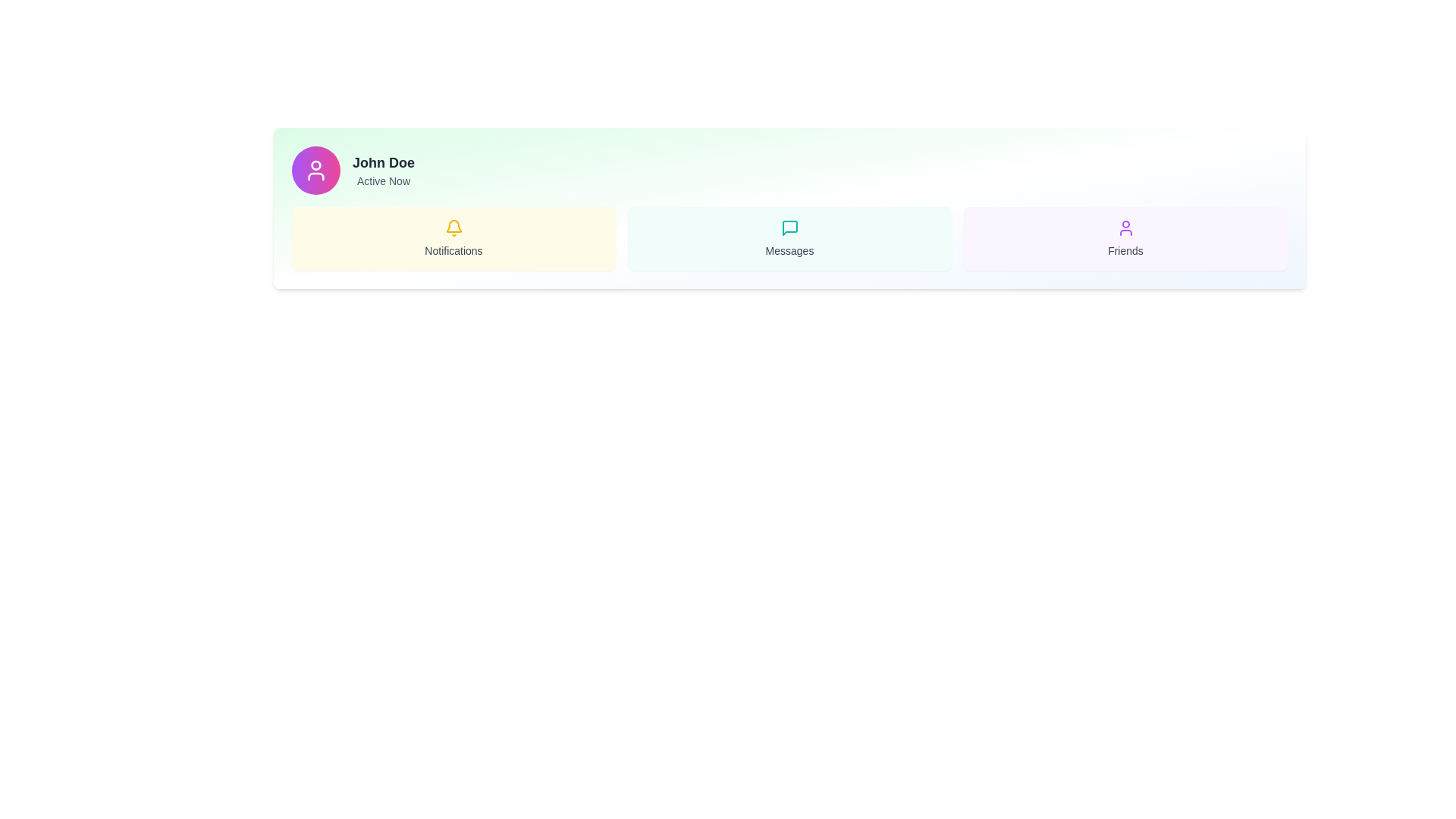  I want to click on the yellow bell-shaped icon located in the 'Notifications' section of the interface, so click(453, 226).